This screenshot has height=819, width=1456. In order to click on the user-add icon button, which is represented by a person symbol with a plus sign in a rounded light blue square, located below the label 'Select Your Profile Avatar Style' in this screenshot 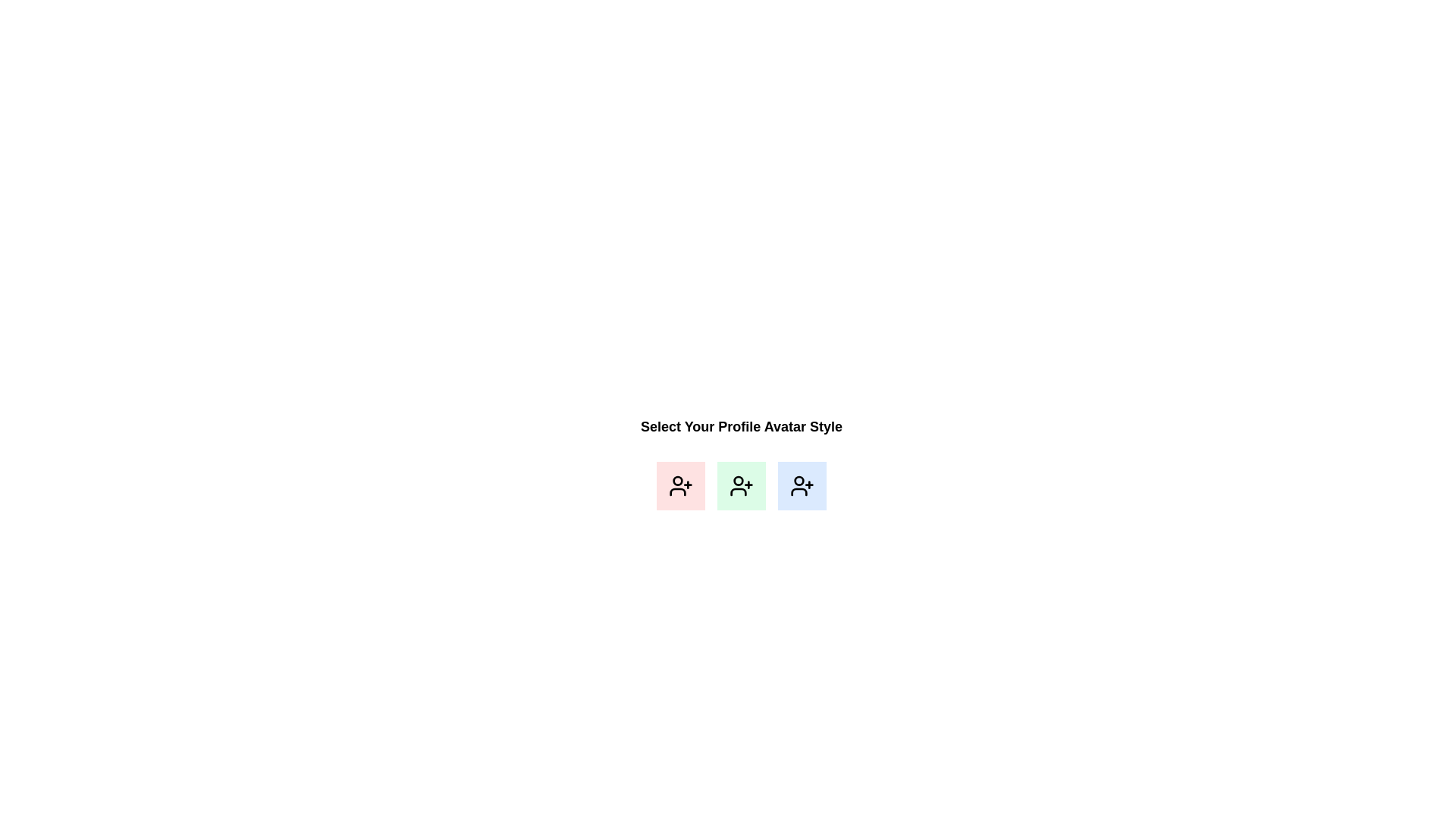, I will do `click(801, 485)`.